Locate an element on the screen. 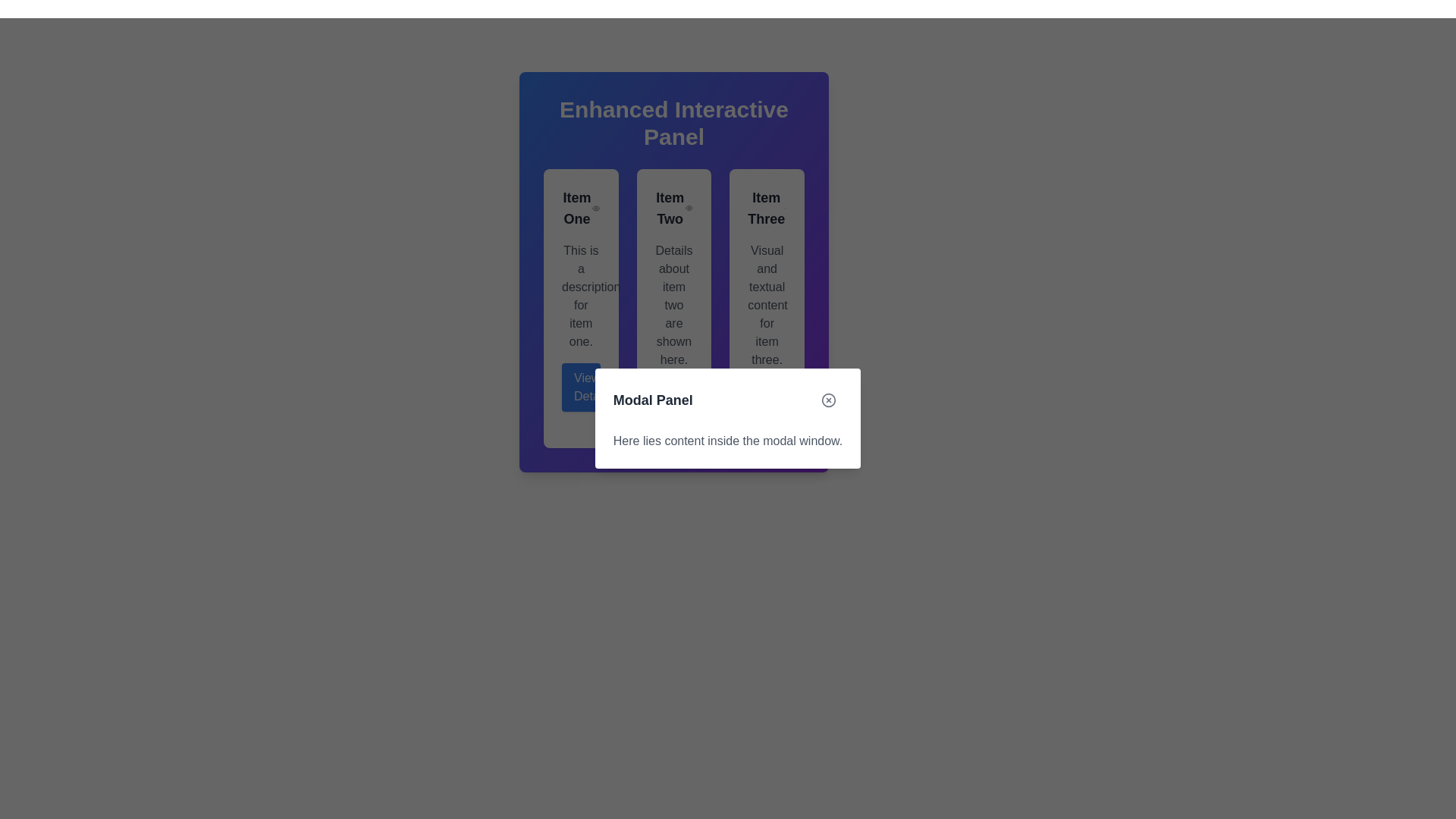  the 'View Details' button, which is a blue rectangular button with white text, rounded corners, located at the bottom of the 'Item One' panel is located at coordinates (580, 386).